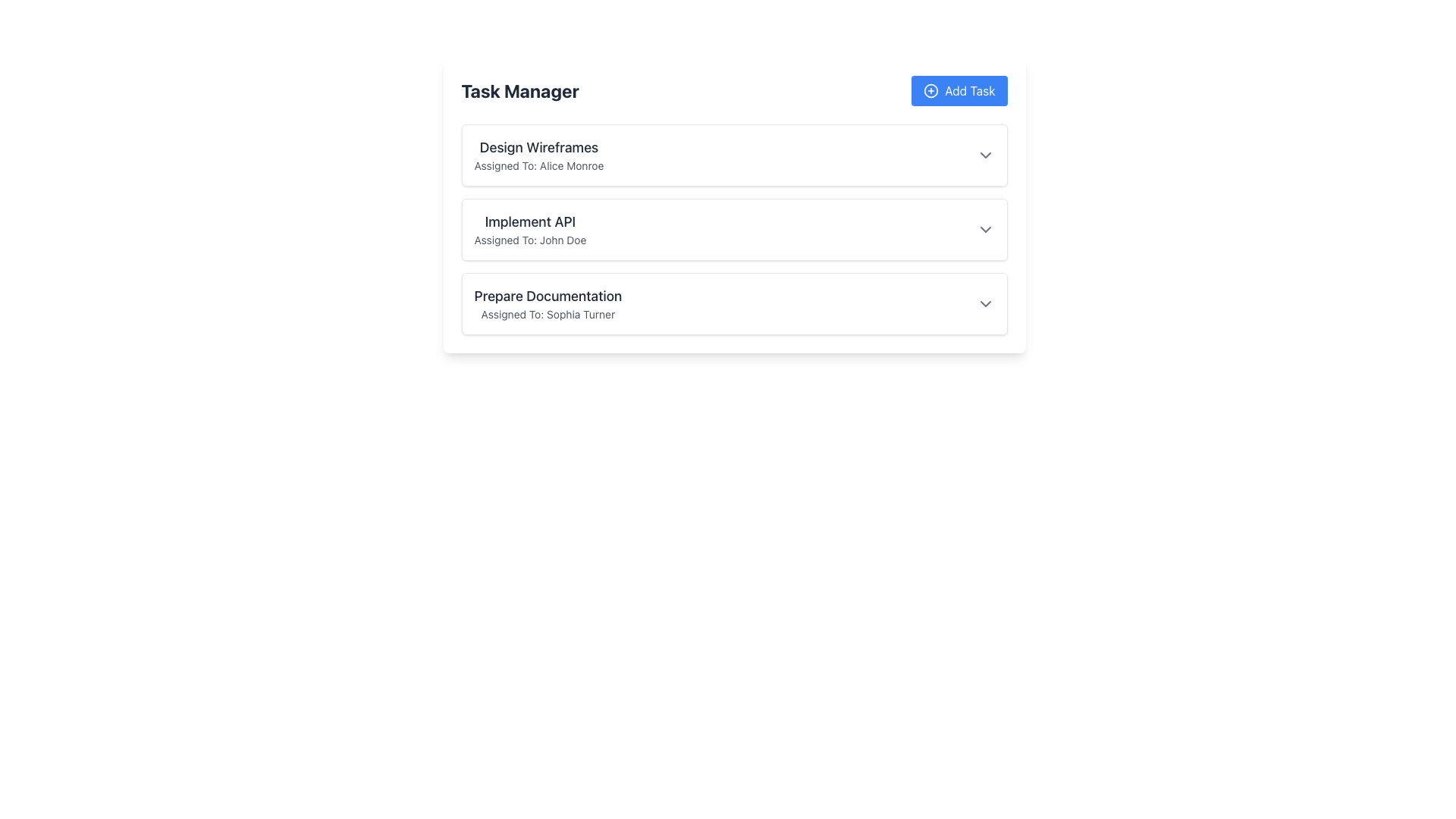 Image resolution: width=1456 pixels, height=819 pixels. Describe the element at coordinates (734, 304) in the screenshot. I see `the List Item Panel titled 'Prepare Documentation' using the keyboard` at that location.